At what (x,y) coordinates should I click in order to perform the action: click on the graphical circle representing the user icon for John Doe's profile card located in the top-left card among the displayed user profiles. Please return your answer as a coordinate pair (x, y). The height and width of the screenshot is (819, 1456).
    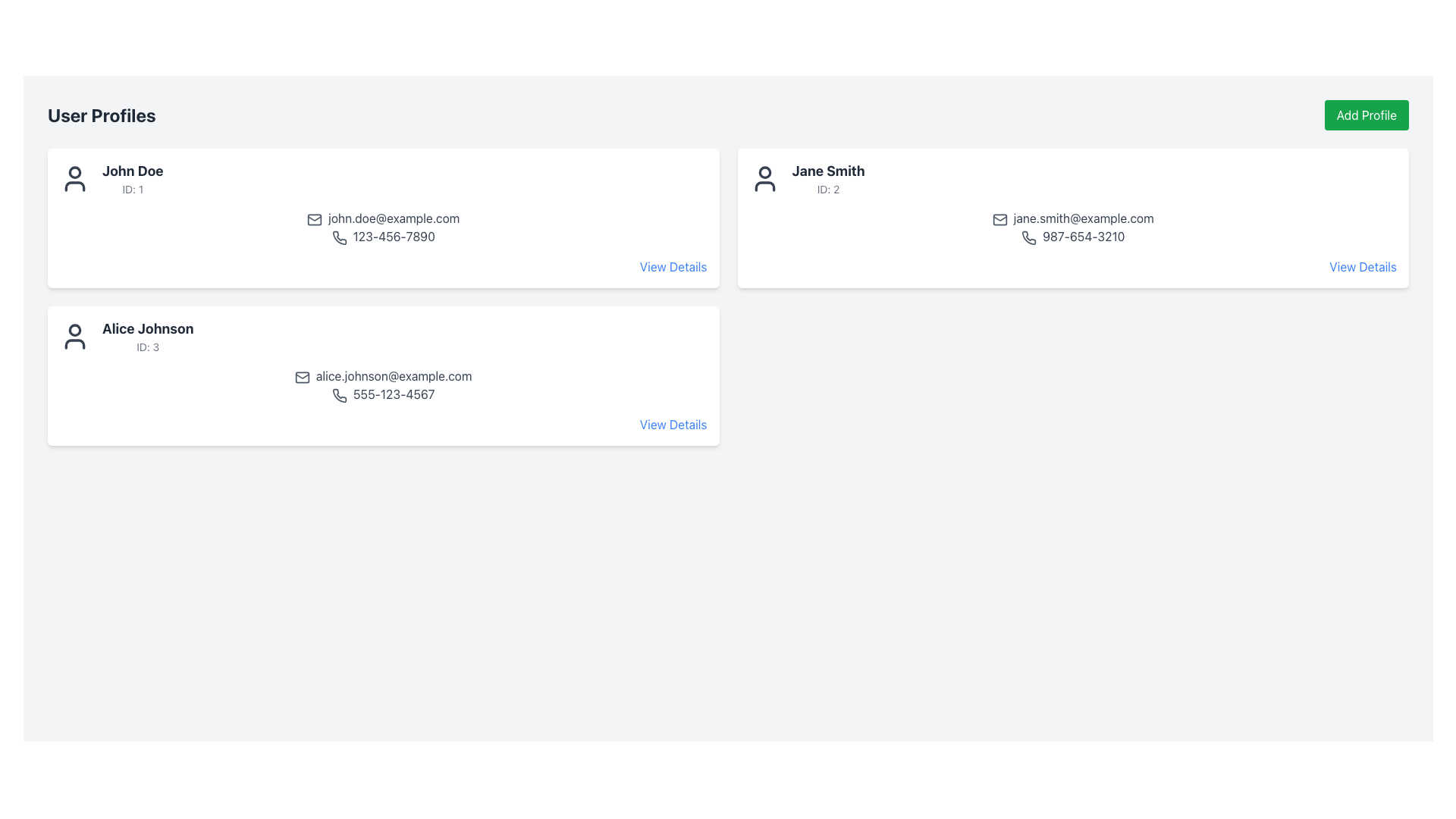
    Looking at the image, I should click on (74, 171).